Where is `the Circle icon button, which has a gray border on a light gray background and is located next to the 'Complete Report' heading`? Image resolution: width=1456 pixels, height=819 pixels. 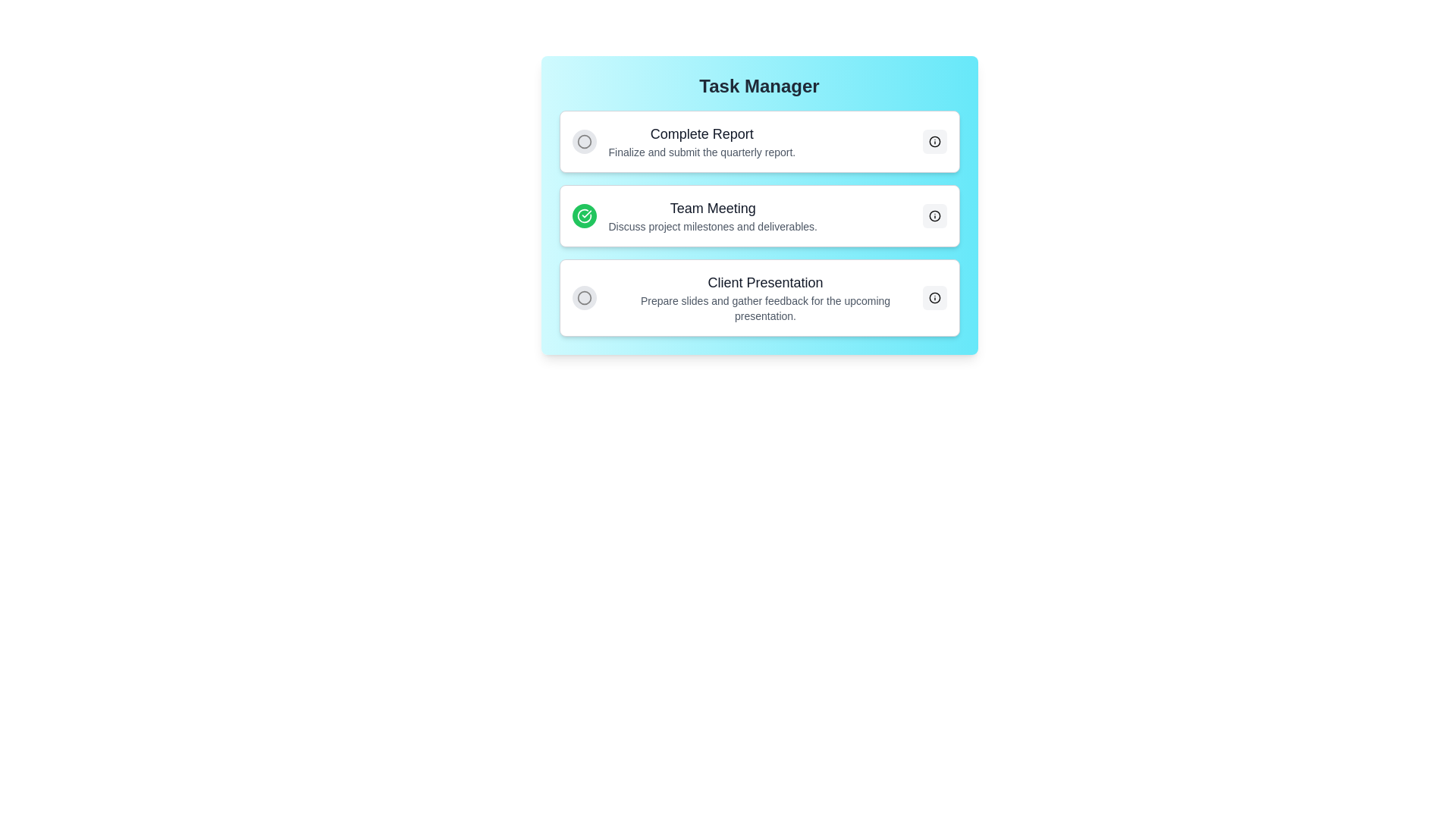 the Circle icon button, which has a gray border on a light gray background and is located next to the 'Complete Report' heading is located at coordinates (583, 141).